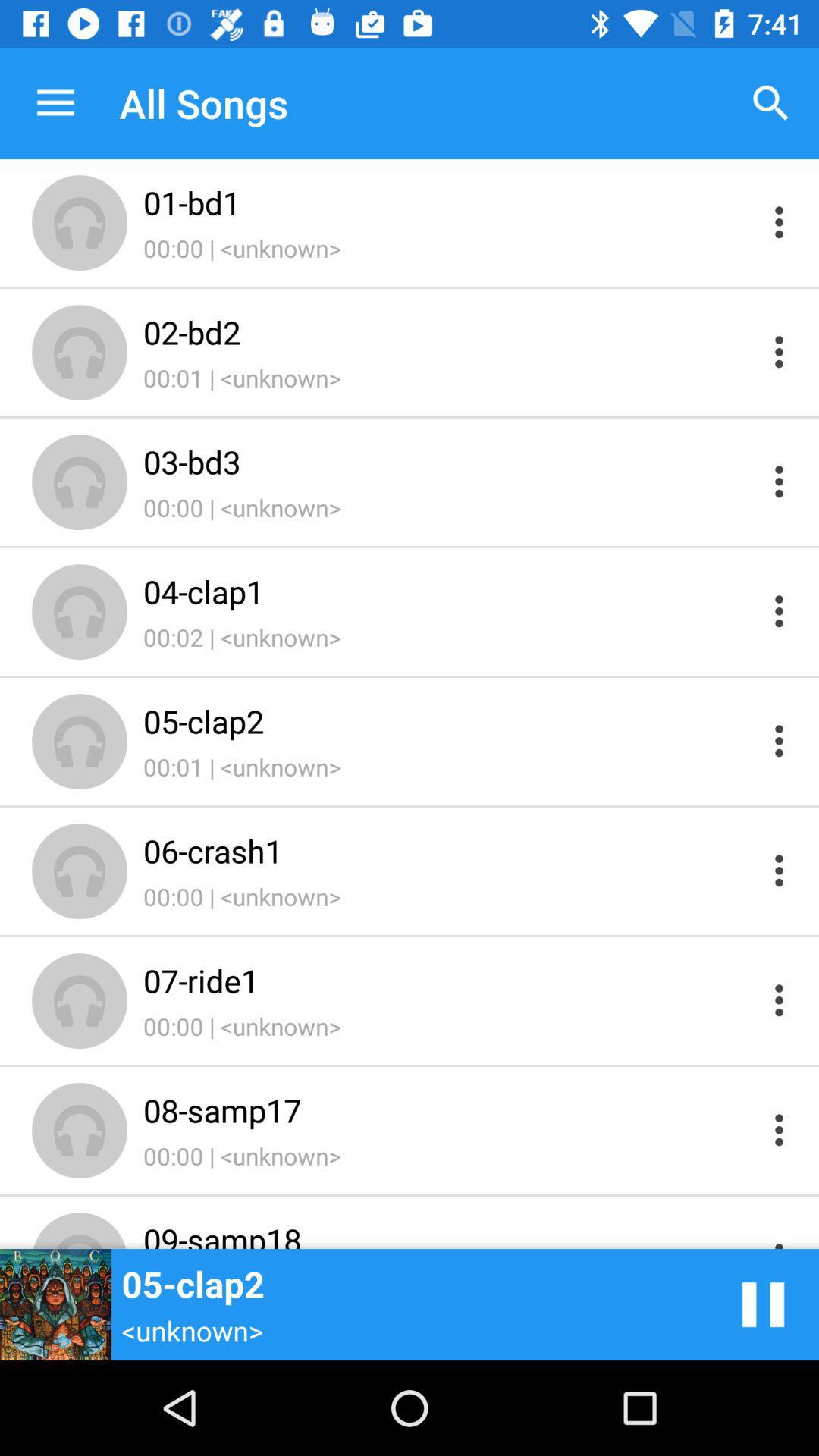 The width and height of the screenshot is (819, 1456). I want to click on 09-samp18 icon, so click(448, 1233).